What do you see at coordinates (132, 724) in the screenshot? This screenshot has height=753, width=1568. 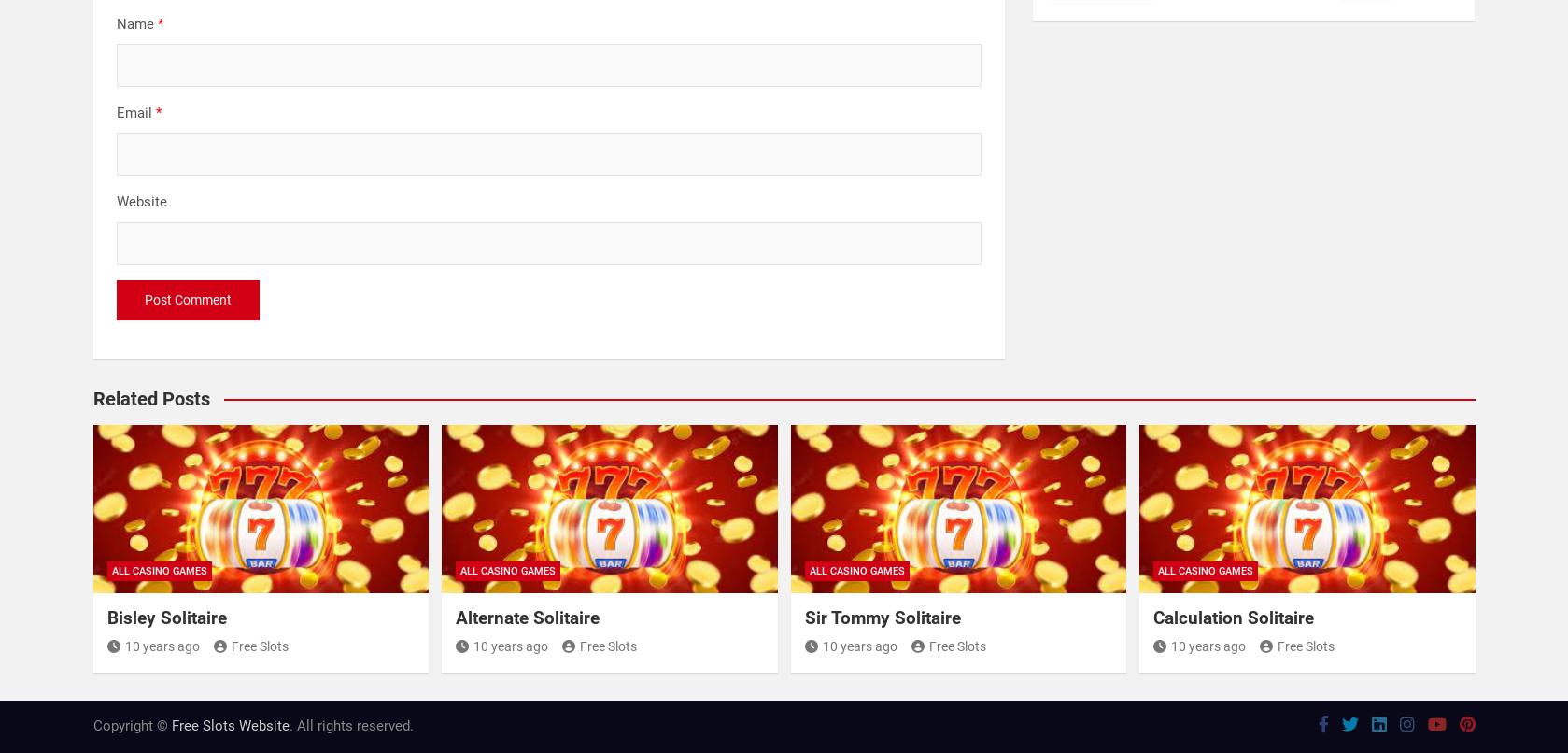 I see `'Copyright ©'` at bounding box center [132, 724].